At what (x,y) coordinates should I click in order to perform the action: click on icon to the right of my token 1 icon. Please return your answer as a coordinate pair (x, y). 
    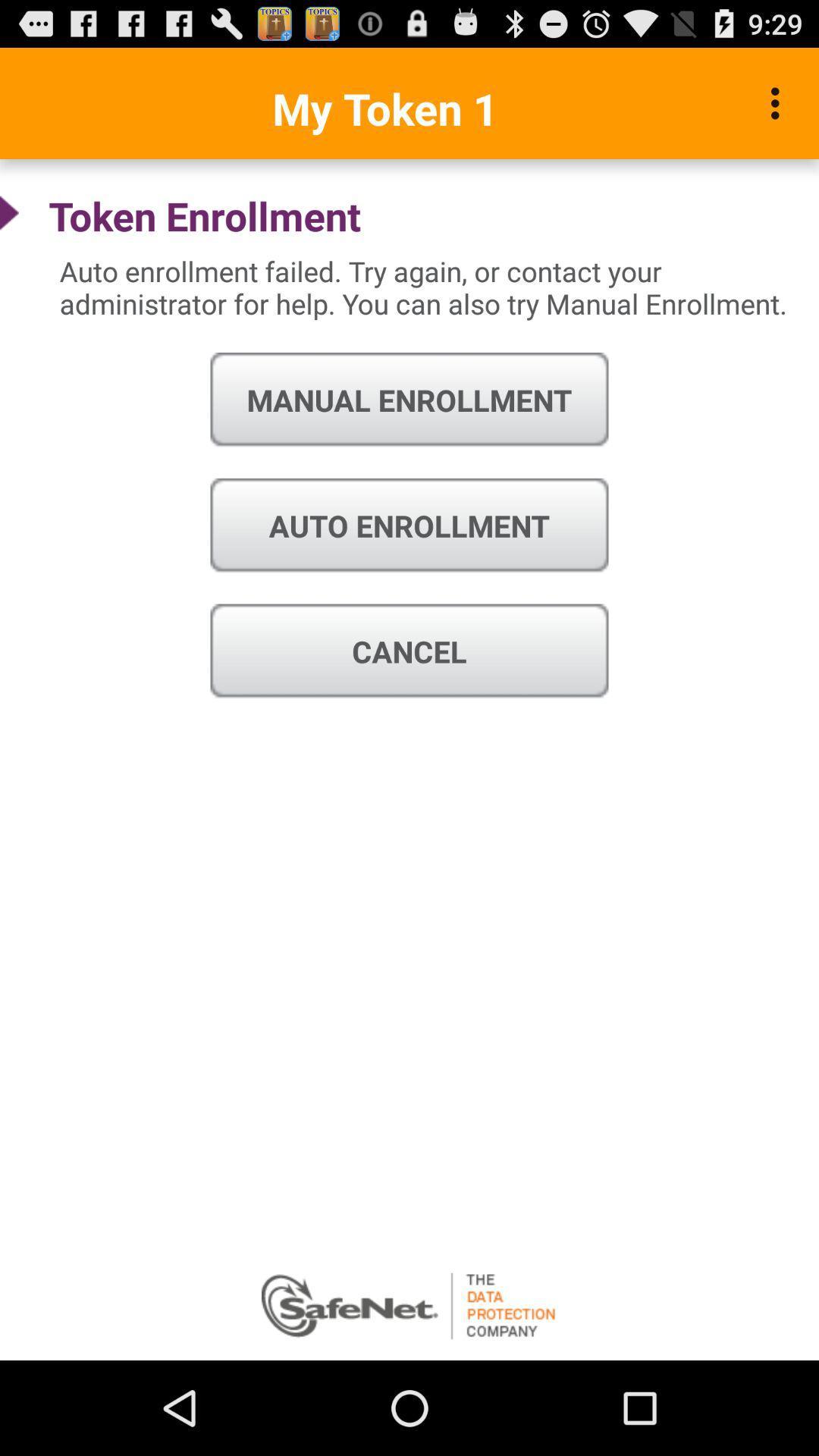
    Looking at the image, I should click on (779, 102).